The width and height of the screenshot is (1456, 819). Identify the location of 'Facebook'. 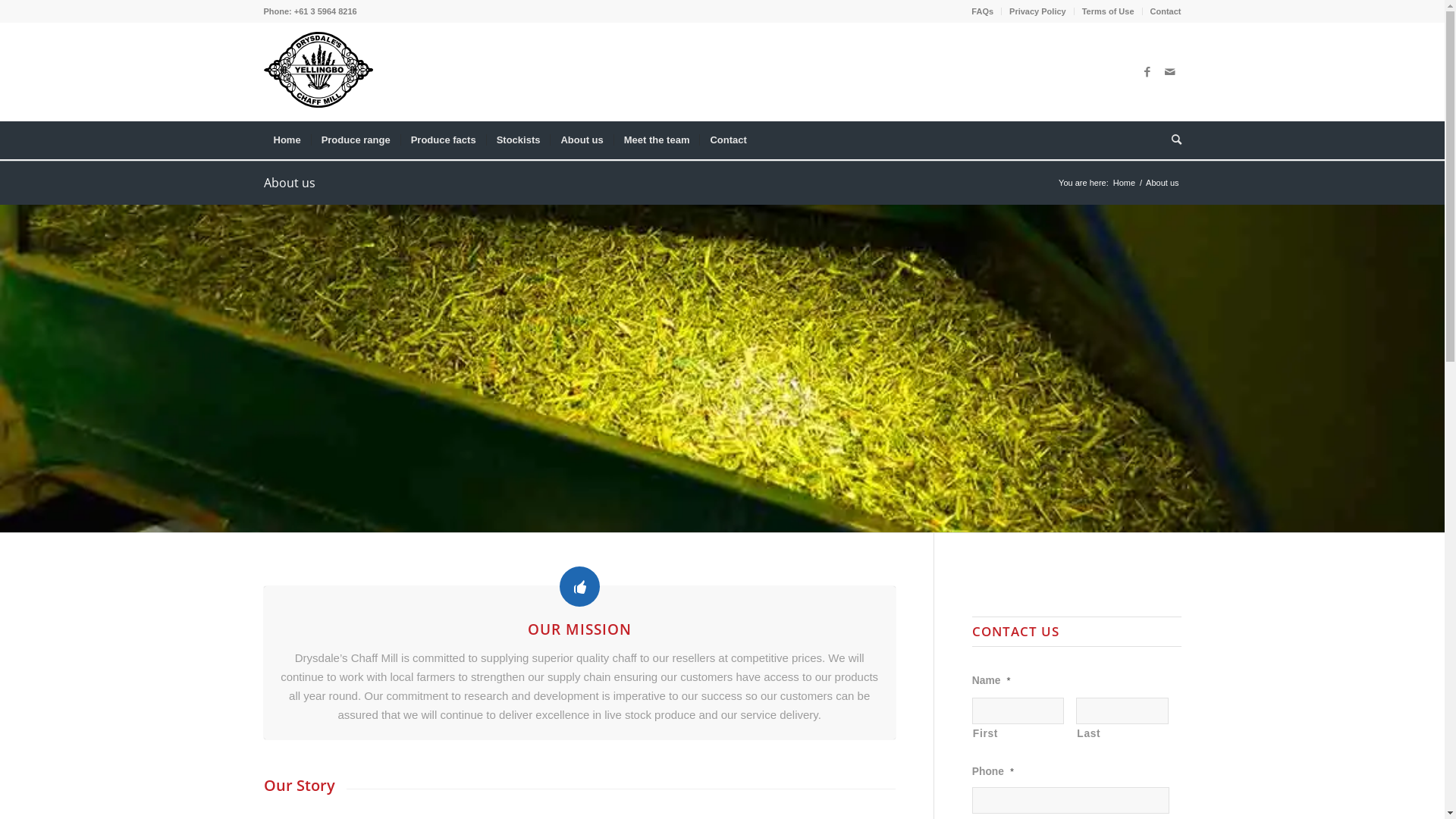
(1147, 72).